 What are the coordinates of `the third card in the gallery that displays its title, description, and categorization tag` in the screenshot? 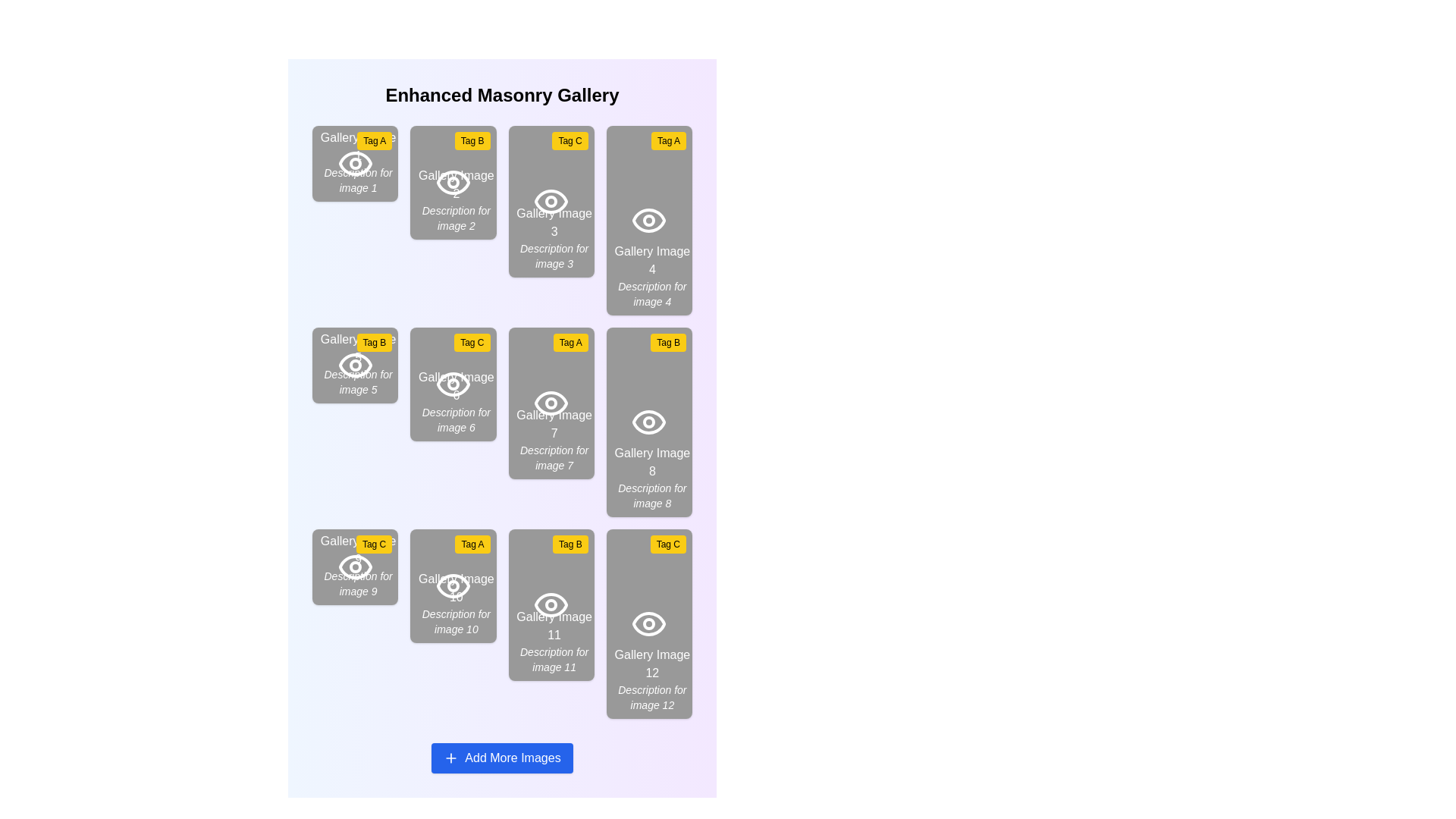 It's located at (551, 201).